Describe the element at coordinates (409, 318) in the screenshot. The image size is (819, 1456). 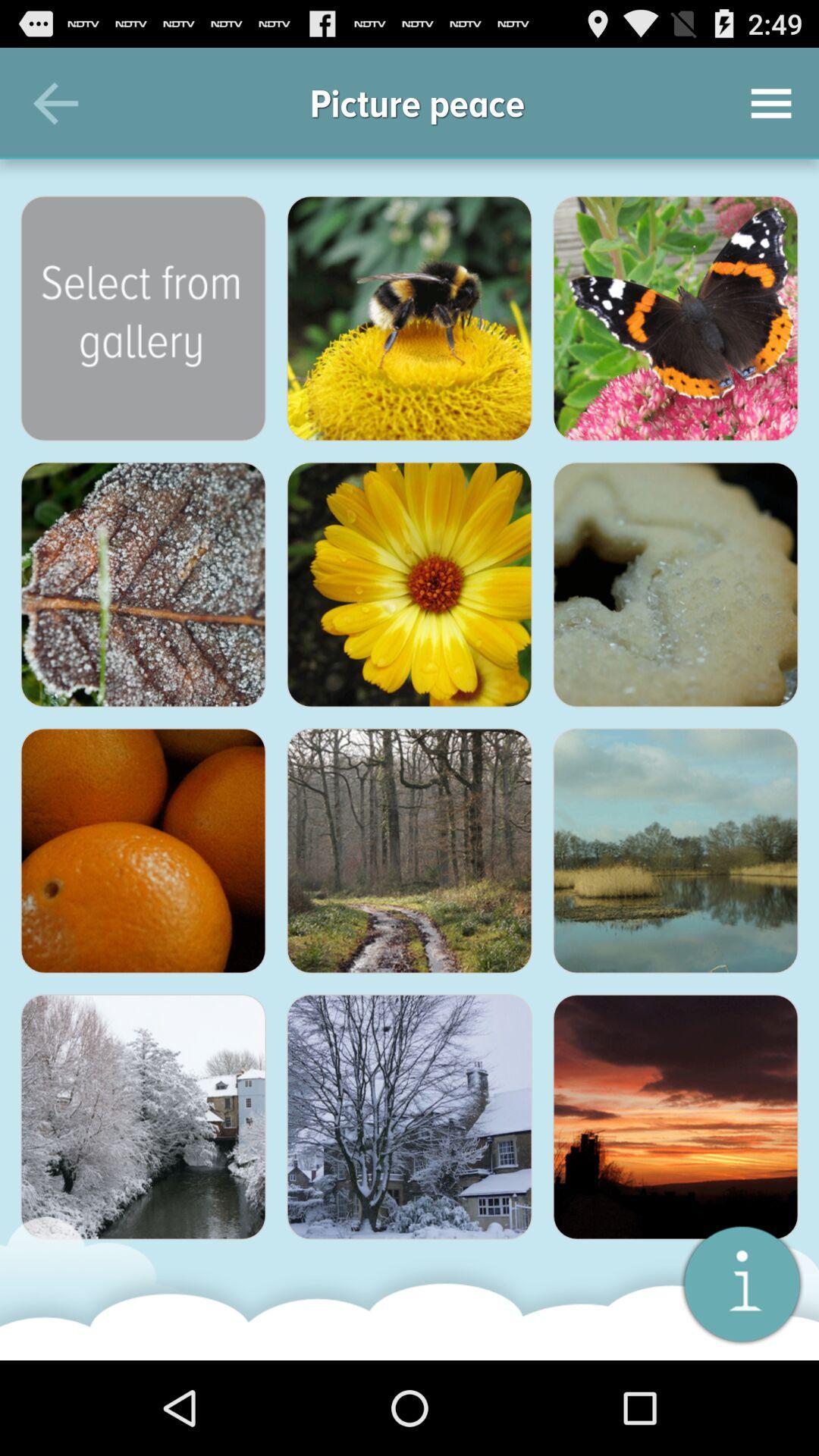
I see `emojios option` at that location.